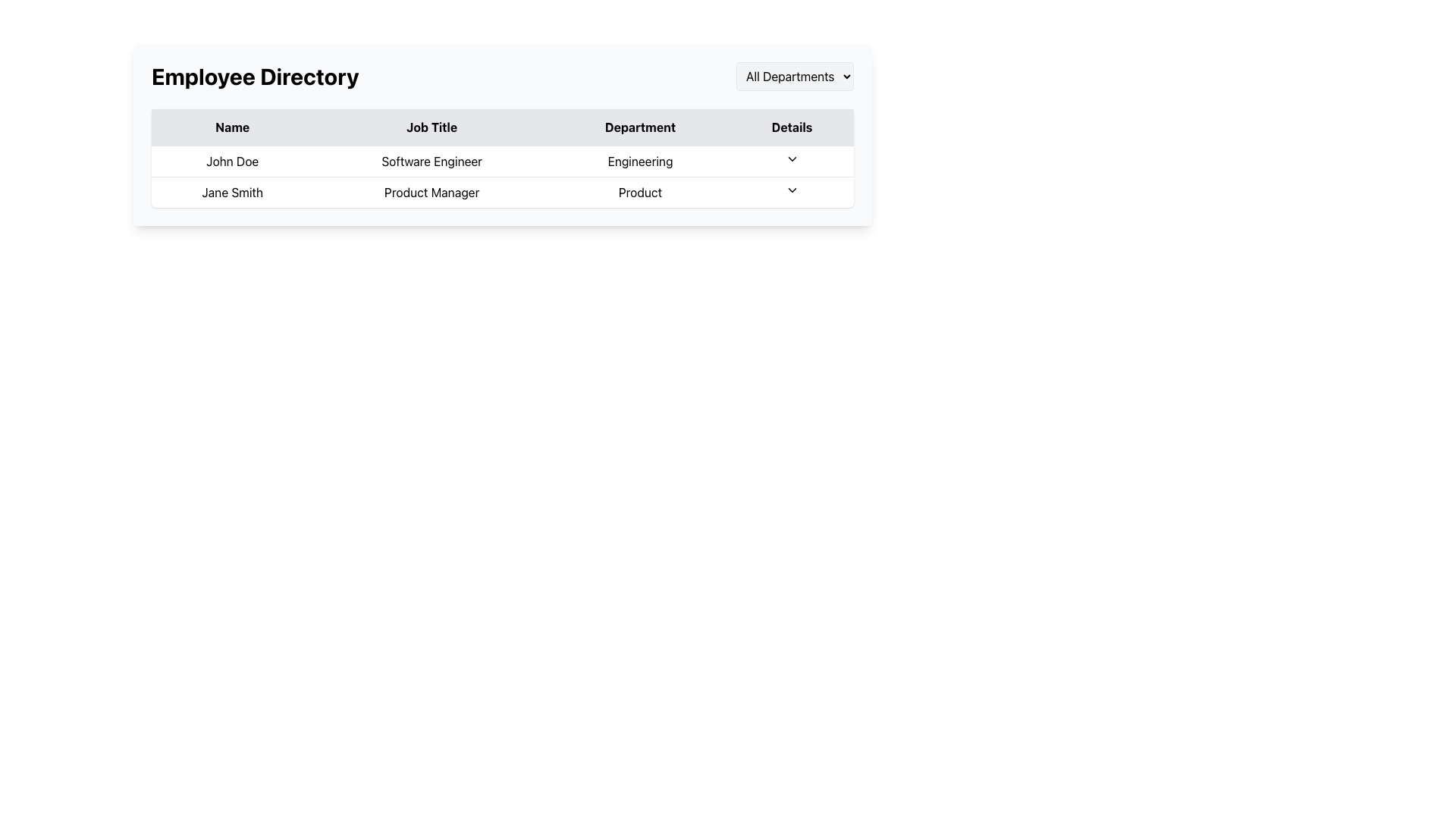 The width and height of the screenshot is (1456, 819). What do you see at coordinates (791, 189) in the screenshot?
I see `the Dropdown toggle icon in the 'Details' column of the second row for 'Jane Smith' in the 'Employee Directory' table` at bounding box center [791, 189].